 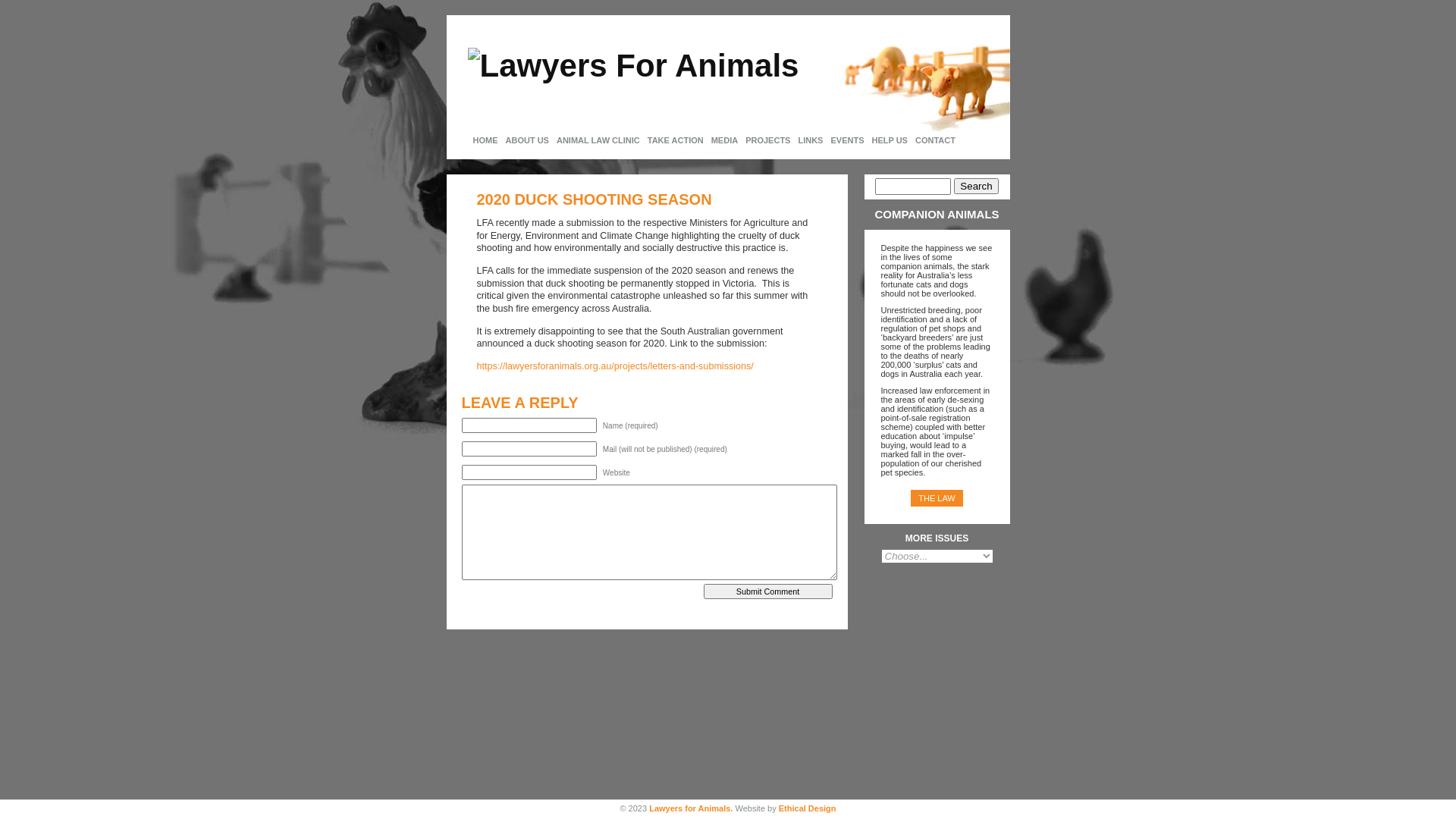 What do you see at coordinates (597, 140) in the screenshot?
I see `'ANIMAL LAW CLINIC'` at bounding box center [597, 140].